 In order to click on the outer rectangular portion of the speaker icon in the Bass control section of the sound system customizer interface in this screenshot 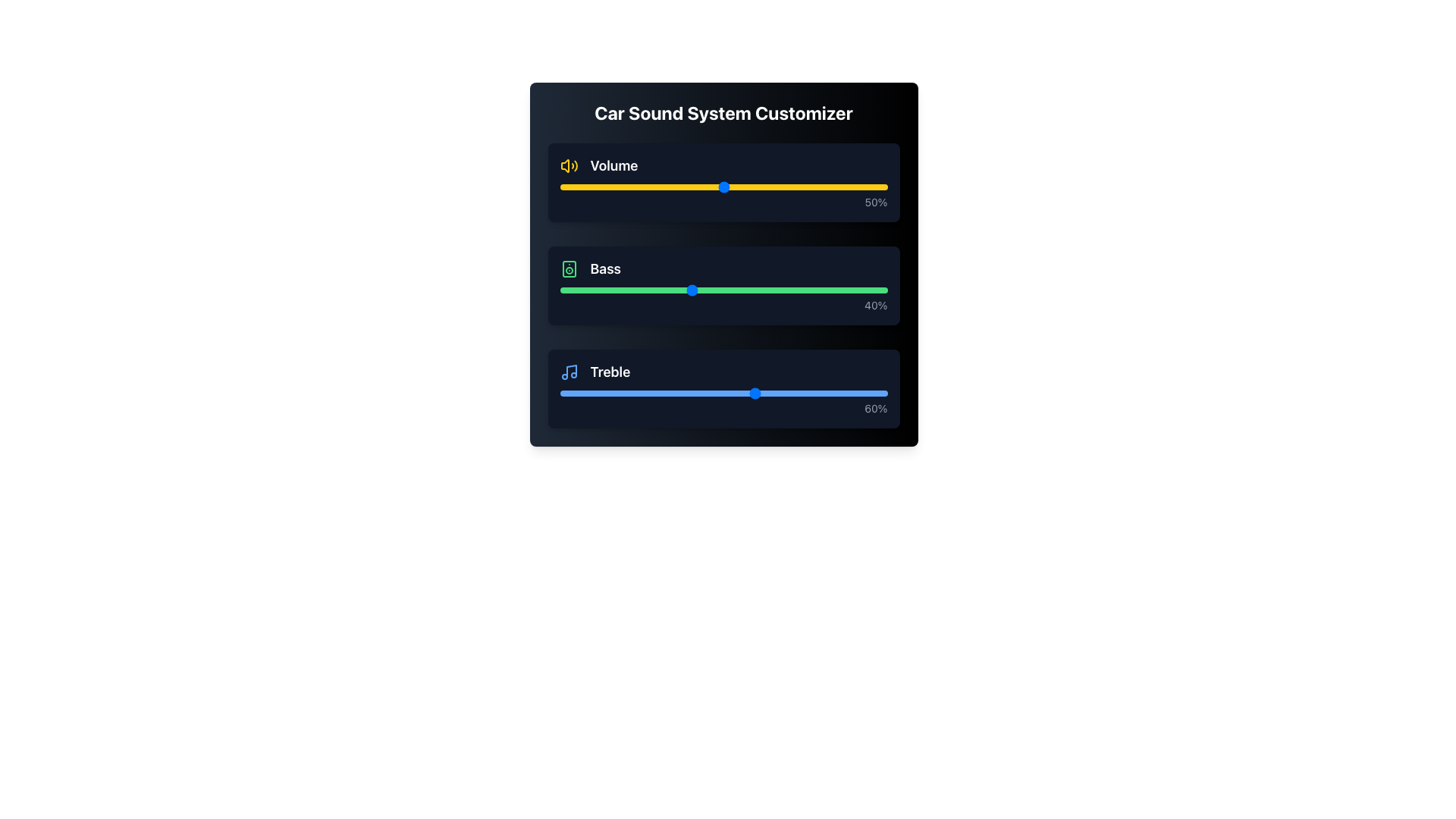, I will do `click(568, 268)`.